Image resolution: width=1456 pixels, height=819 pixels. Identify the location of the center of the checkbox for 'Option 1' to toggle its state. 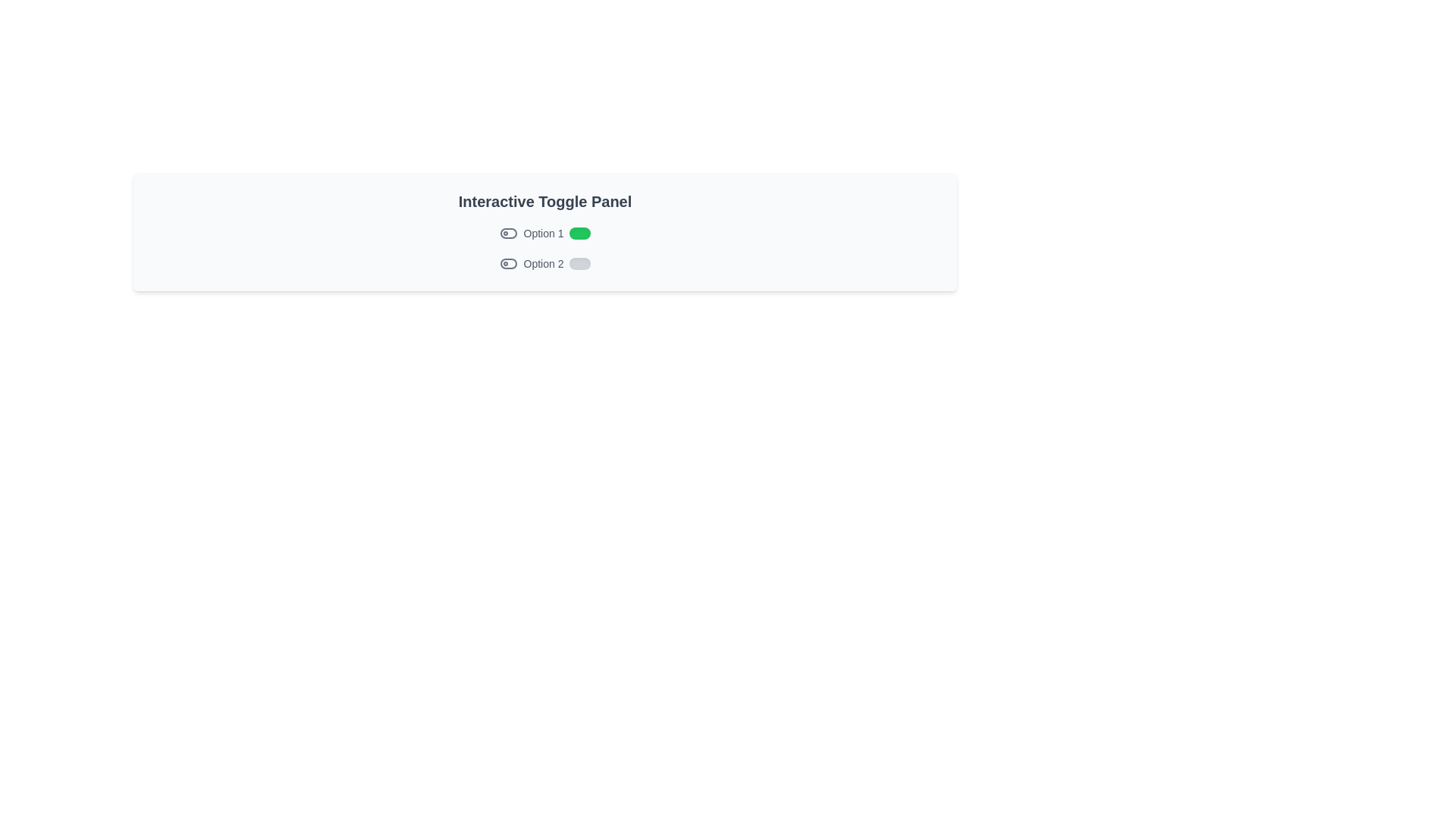
(579, 234).